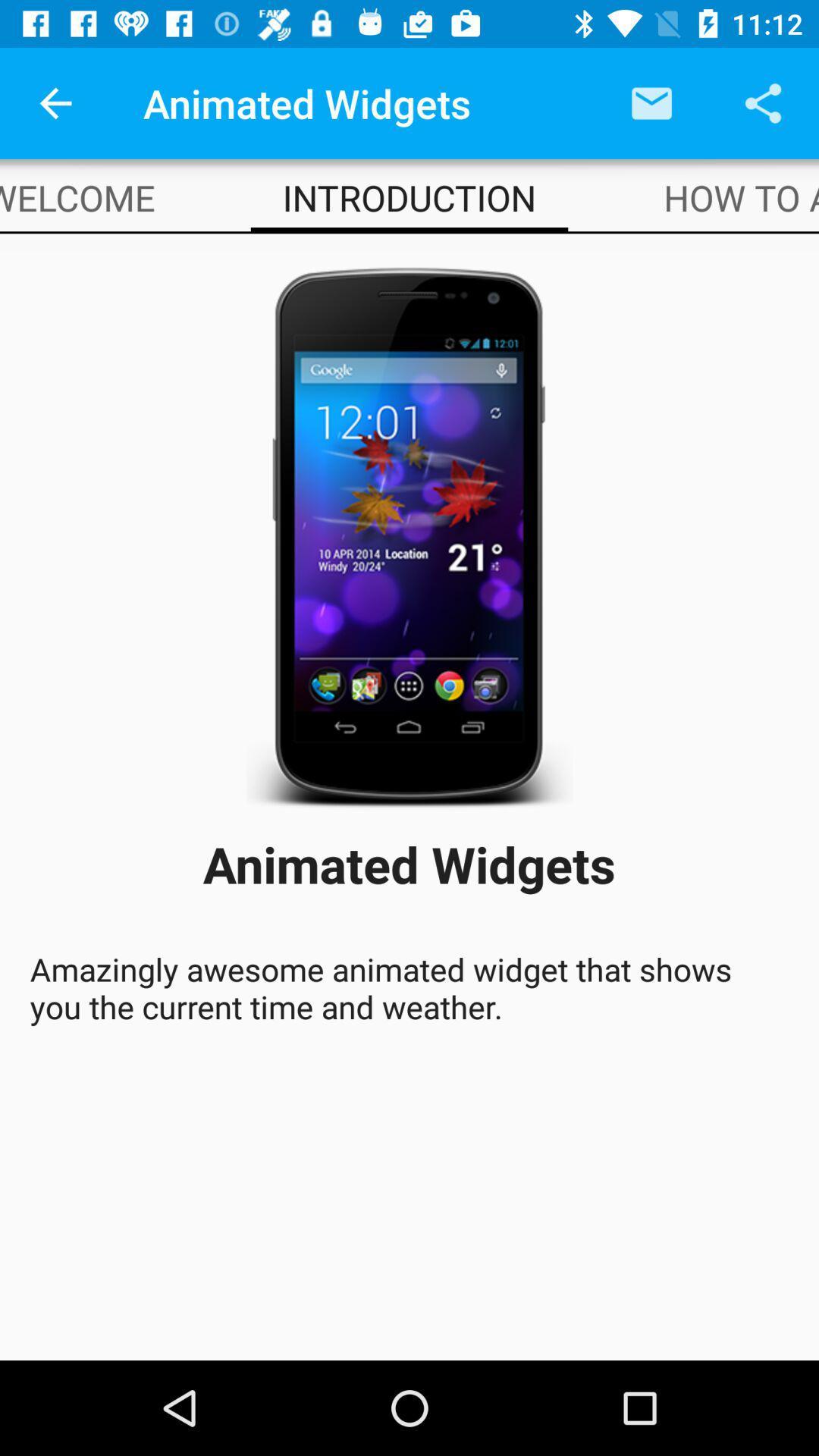 This screenshot has height=1456, width=819. I want to click on item next to animated widgets item, so click(651, 102).